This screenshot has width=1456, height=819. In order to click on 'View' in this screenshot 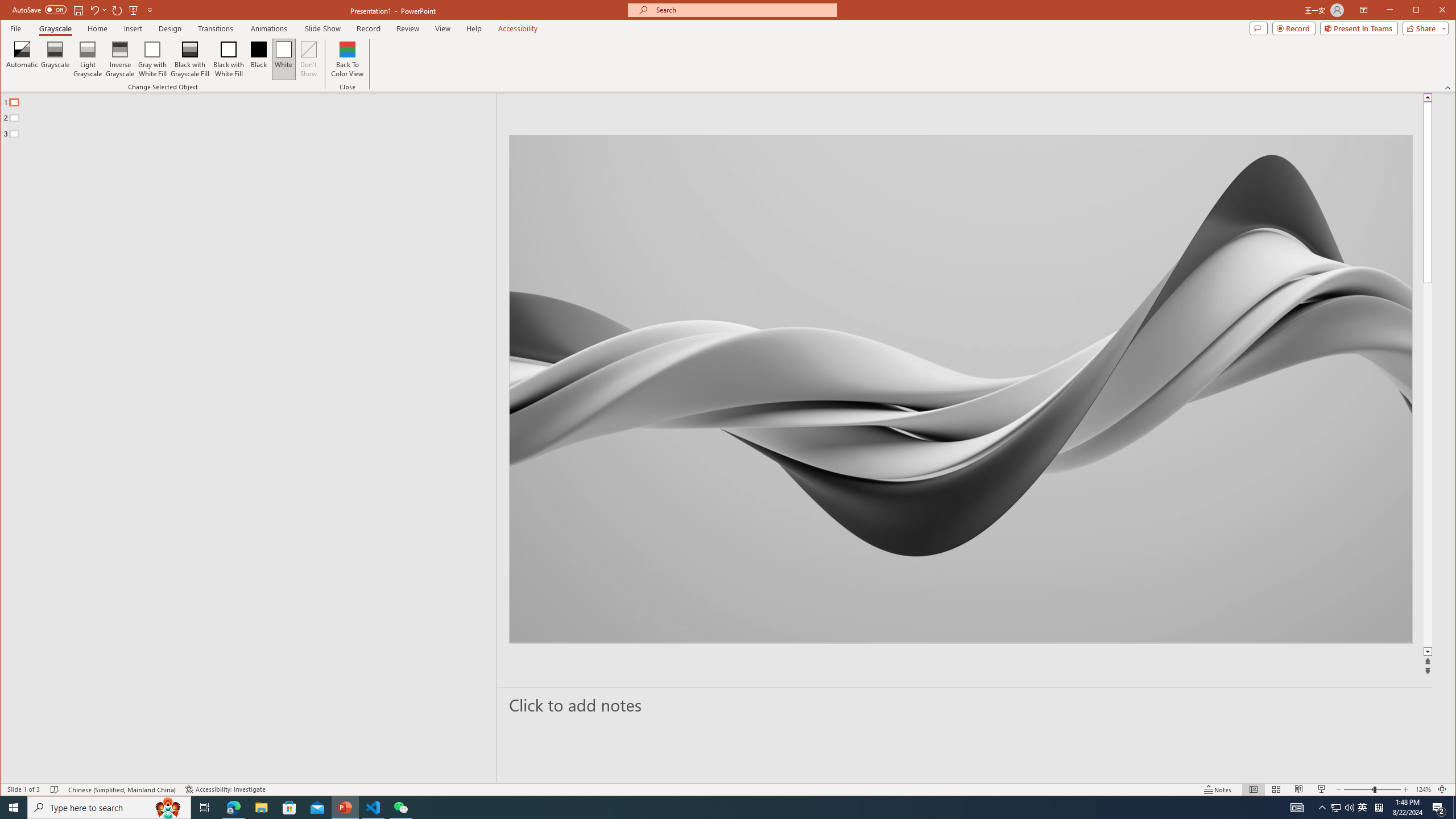, I will do `click(442, 28)`.